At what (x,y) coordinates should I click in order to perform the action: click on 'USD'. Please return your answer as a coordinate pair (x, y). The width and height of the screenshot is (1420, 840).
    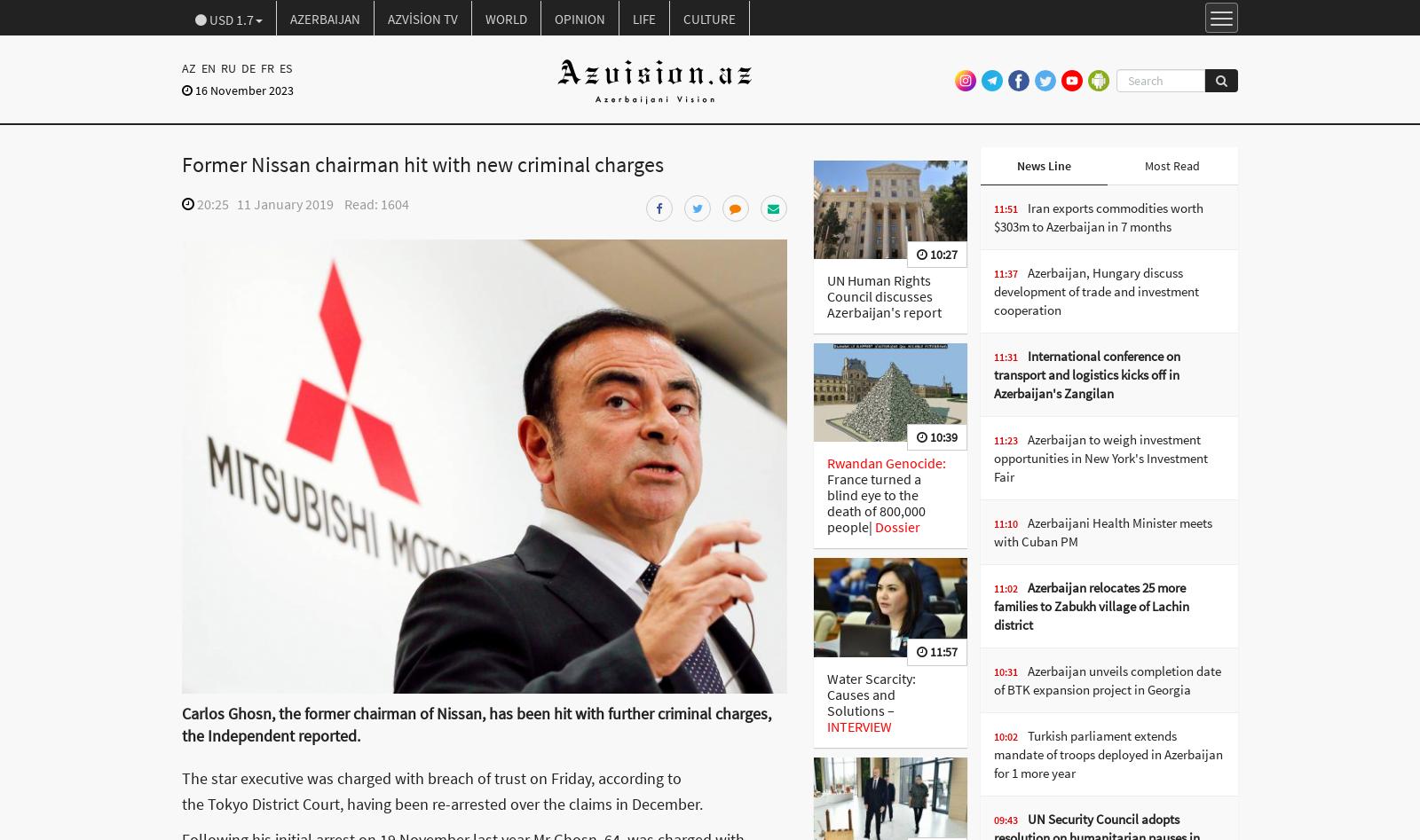
    Looking at the image, I should click on (221, 20).